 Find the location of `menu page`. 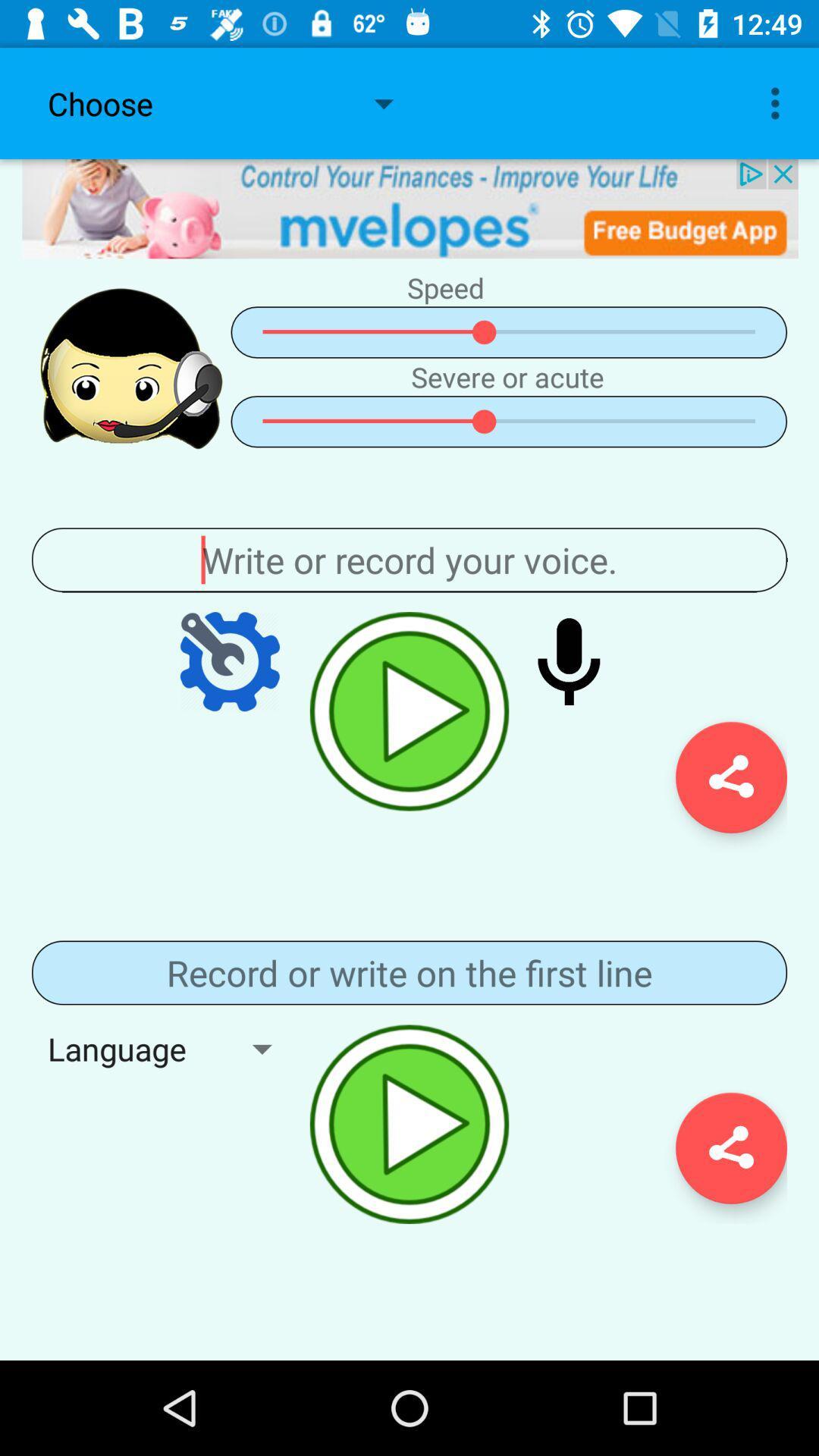

menu page is located at coordinates (230, 661).